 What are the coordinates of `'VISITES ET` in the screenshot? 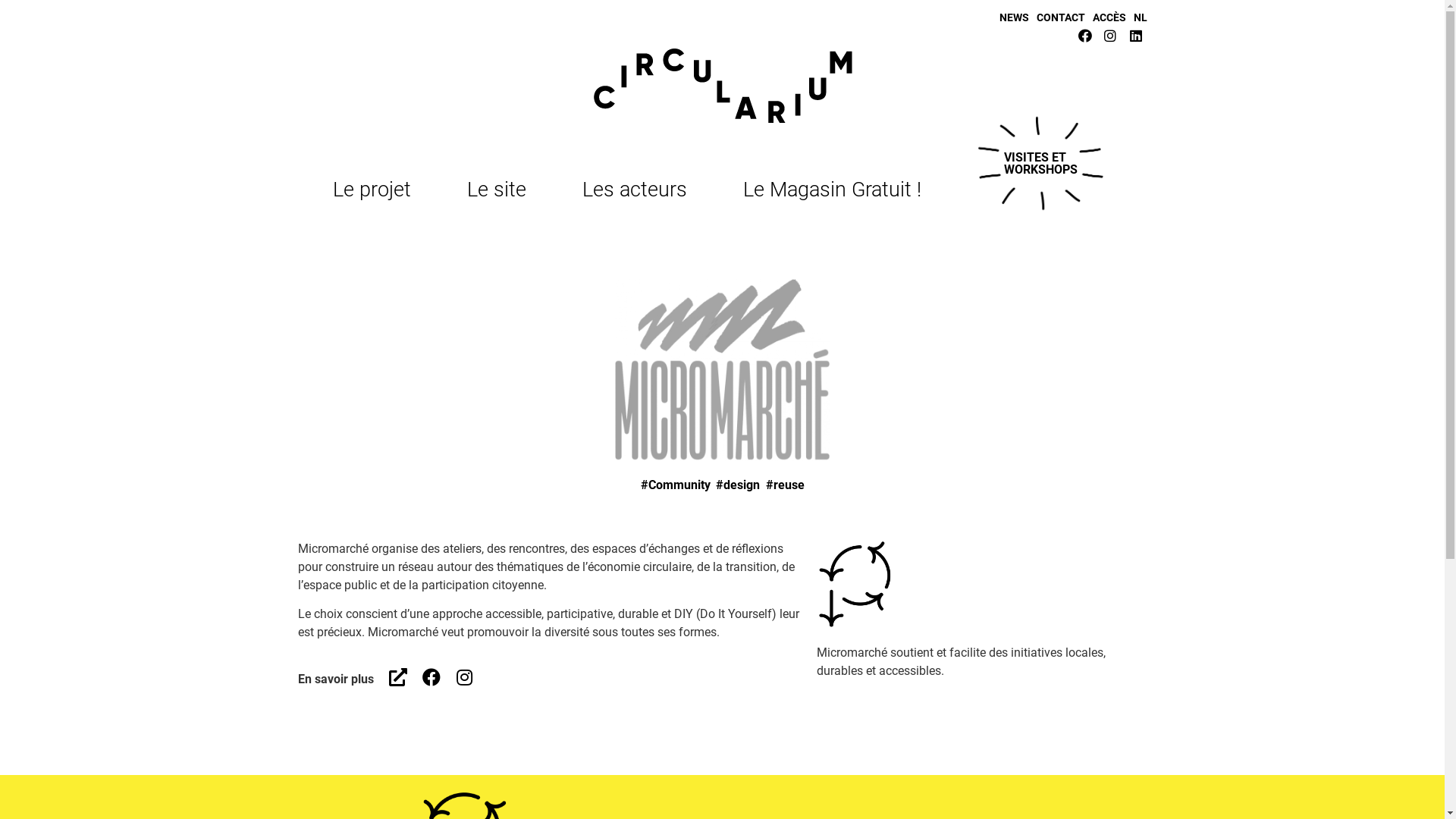 It's located at (1040, 164).